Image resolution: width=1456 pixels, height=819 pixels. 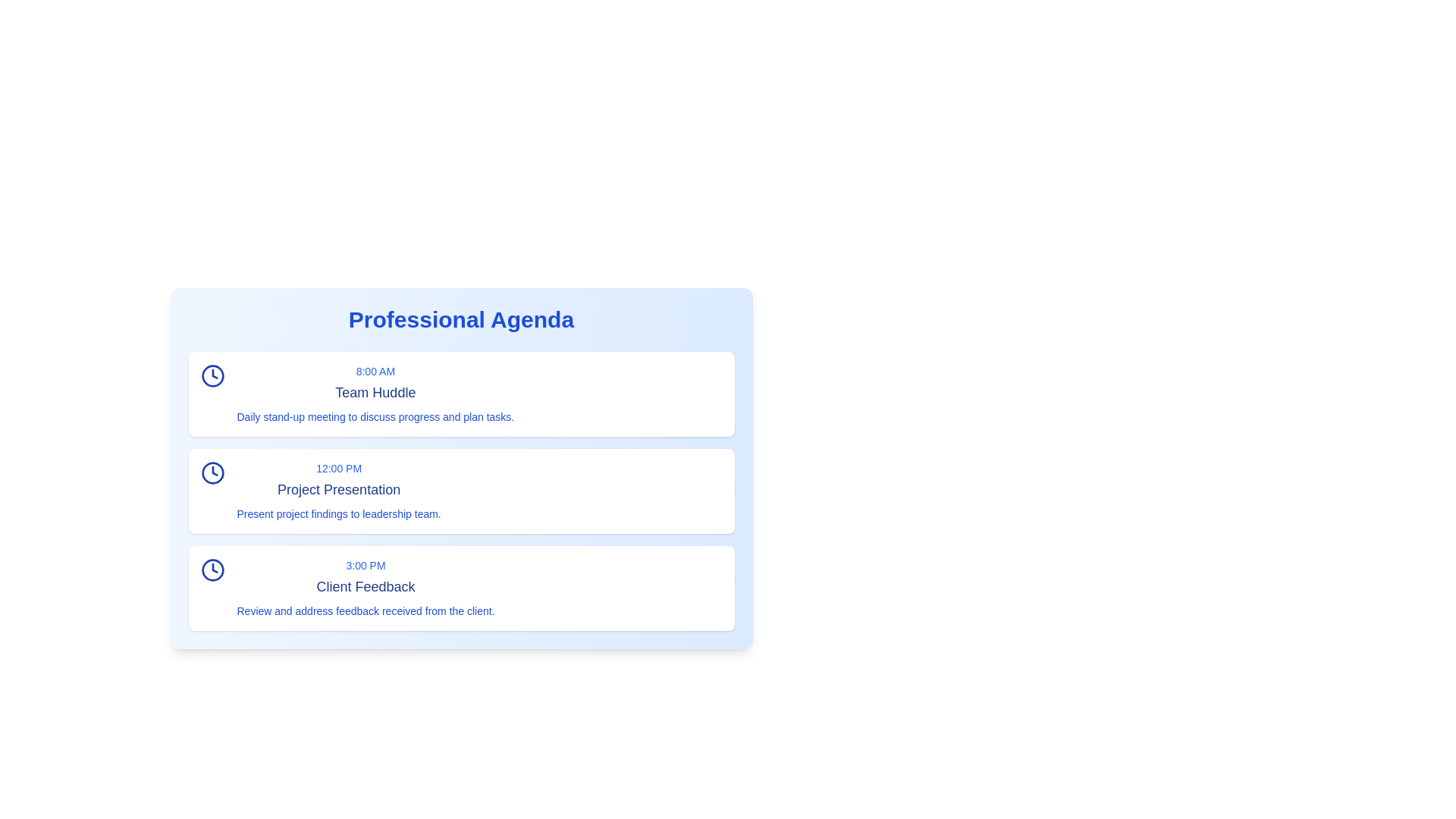 What do you see at coordinates (366, 610) in the screenshot?
I see `text content of the Text Label that displays 'Review and address feedback received from the client.' located below the 'Client Feedback' title` at bounding box center [366, 610].